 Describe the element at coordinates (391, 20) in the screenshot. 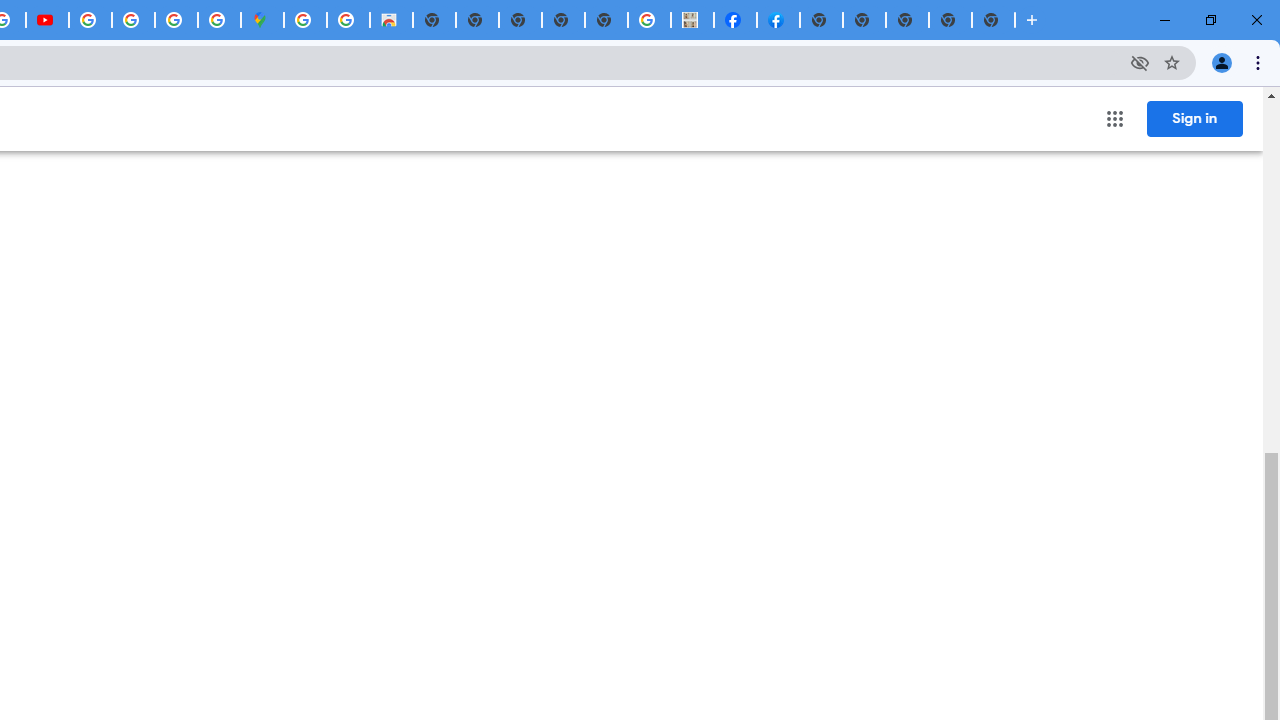

I see `'Chrome Web Store - Shopping'` at that location.